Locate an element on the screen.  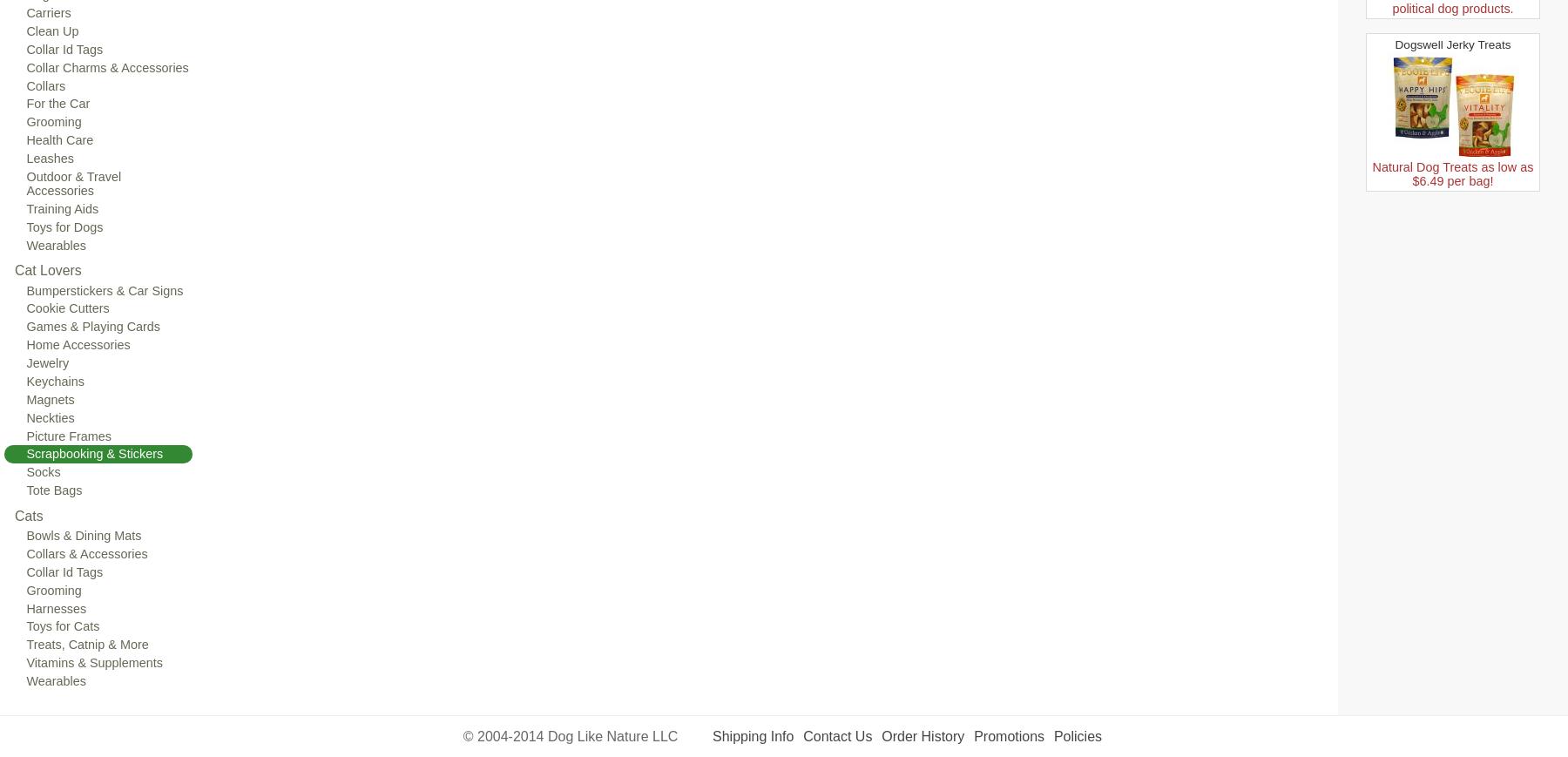
'For the Car' is located at coordinates (25, 102).